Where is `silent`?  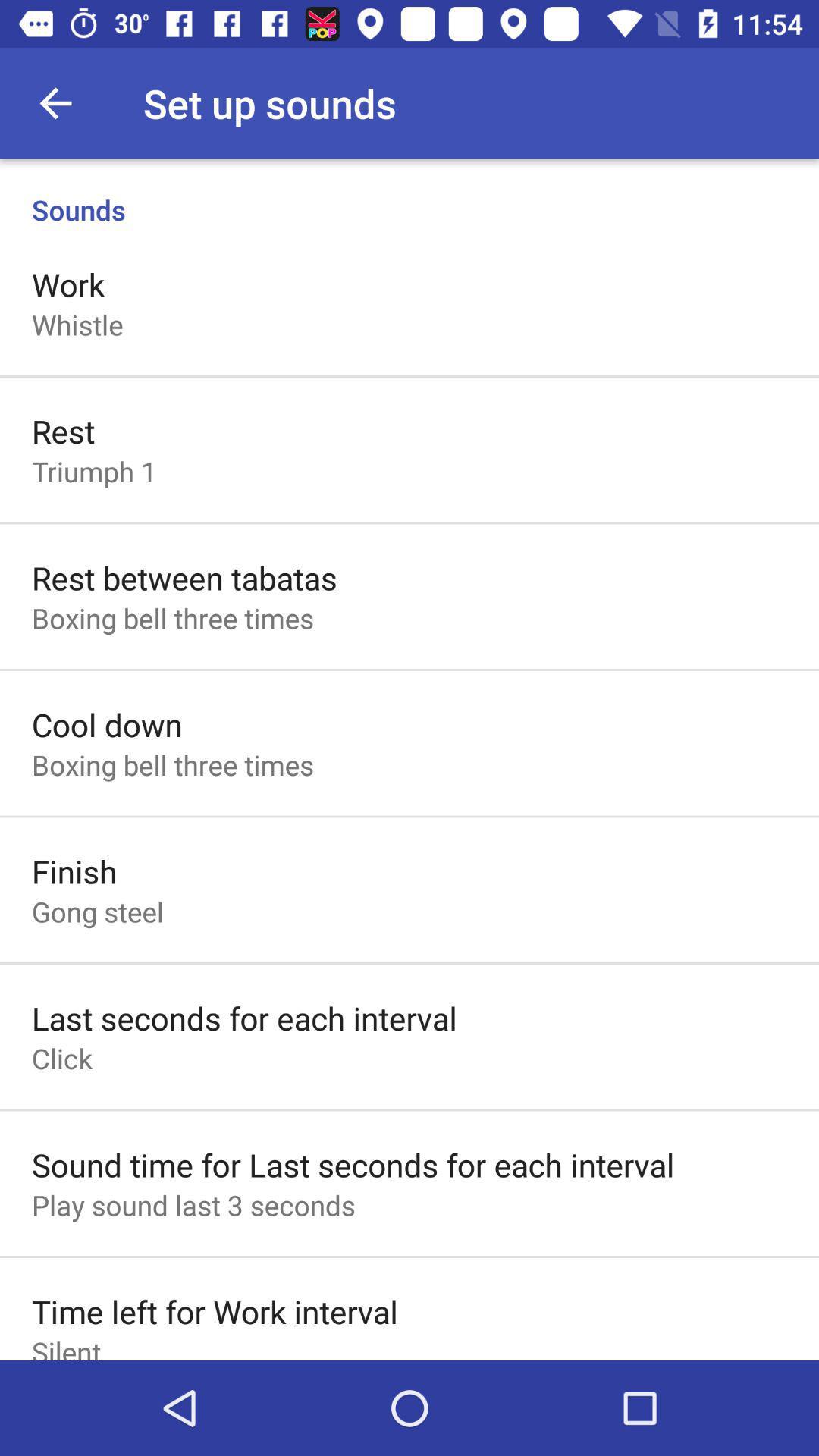
silent is located at coordinates (65, 1347).